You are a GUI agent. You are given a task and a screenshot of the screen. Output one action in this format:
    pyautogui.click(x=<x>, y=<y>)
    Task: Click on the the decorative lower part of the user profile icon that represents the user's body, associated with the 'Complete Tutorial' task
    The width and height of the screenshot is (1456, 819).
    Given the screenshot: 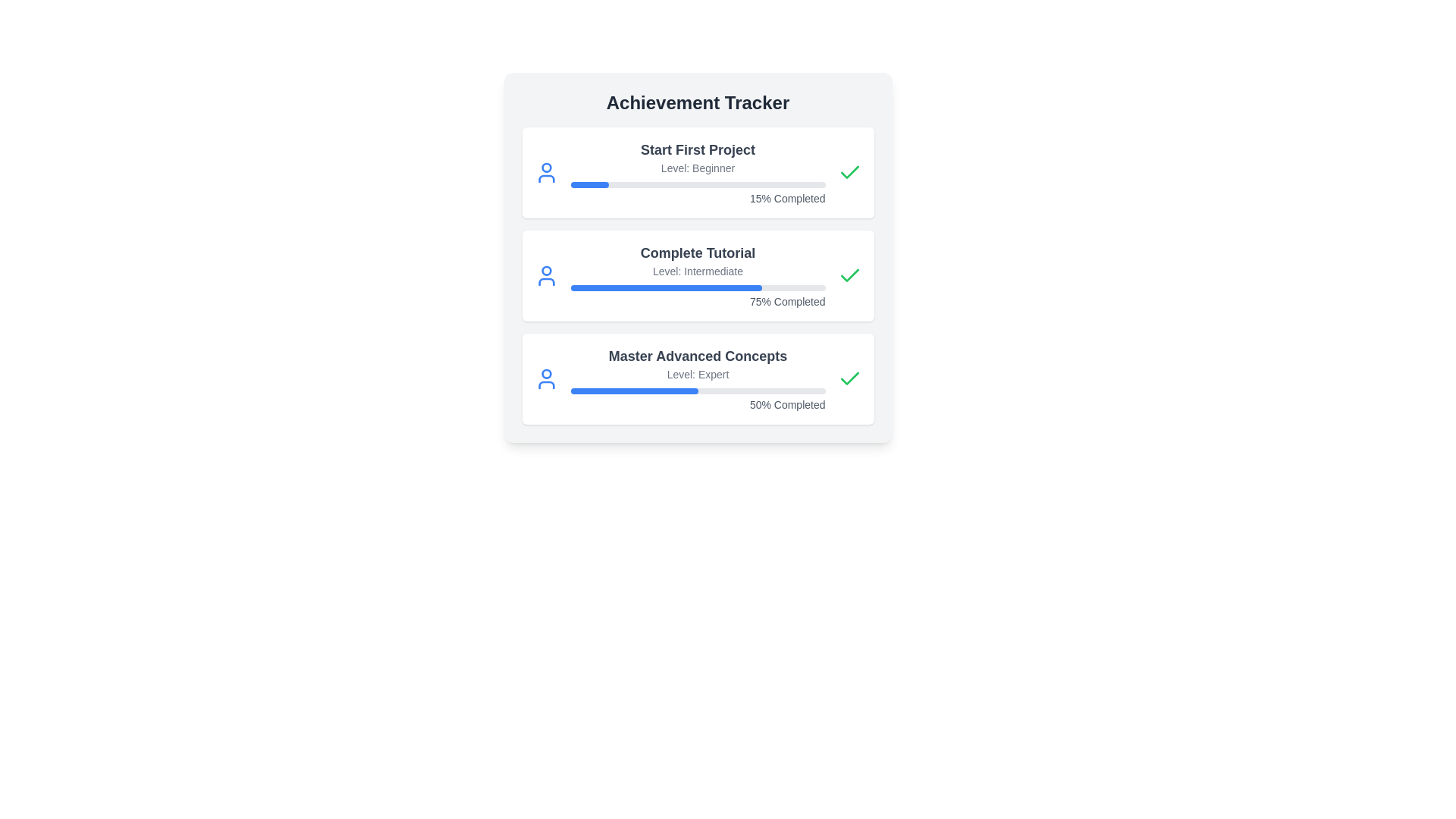 What is the action you would take?
    pyautogui.click(x=546, y=281)
    